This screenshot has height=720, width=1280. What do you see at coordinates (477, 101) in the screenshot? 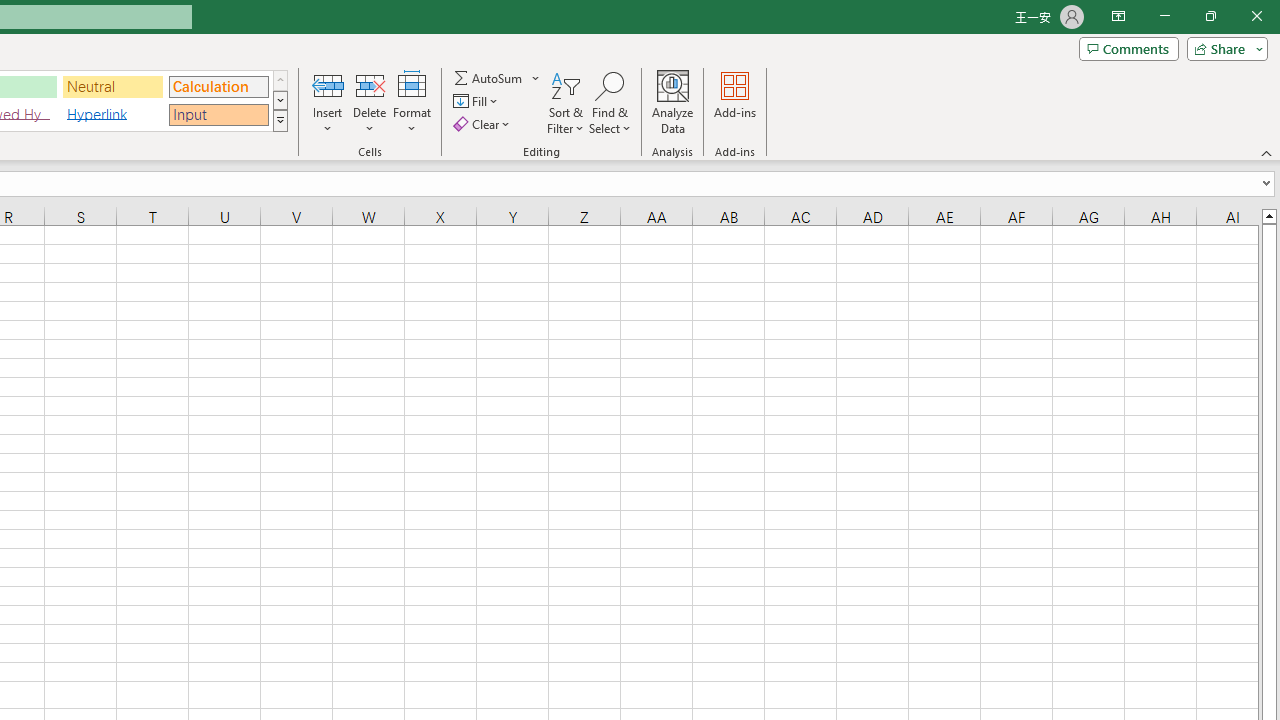
I see `'Fill'` at bounding box center [477, 101].